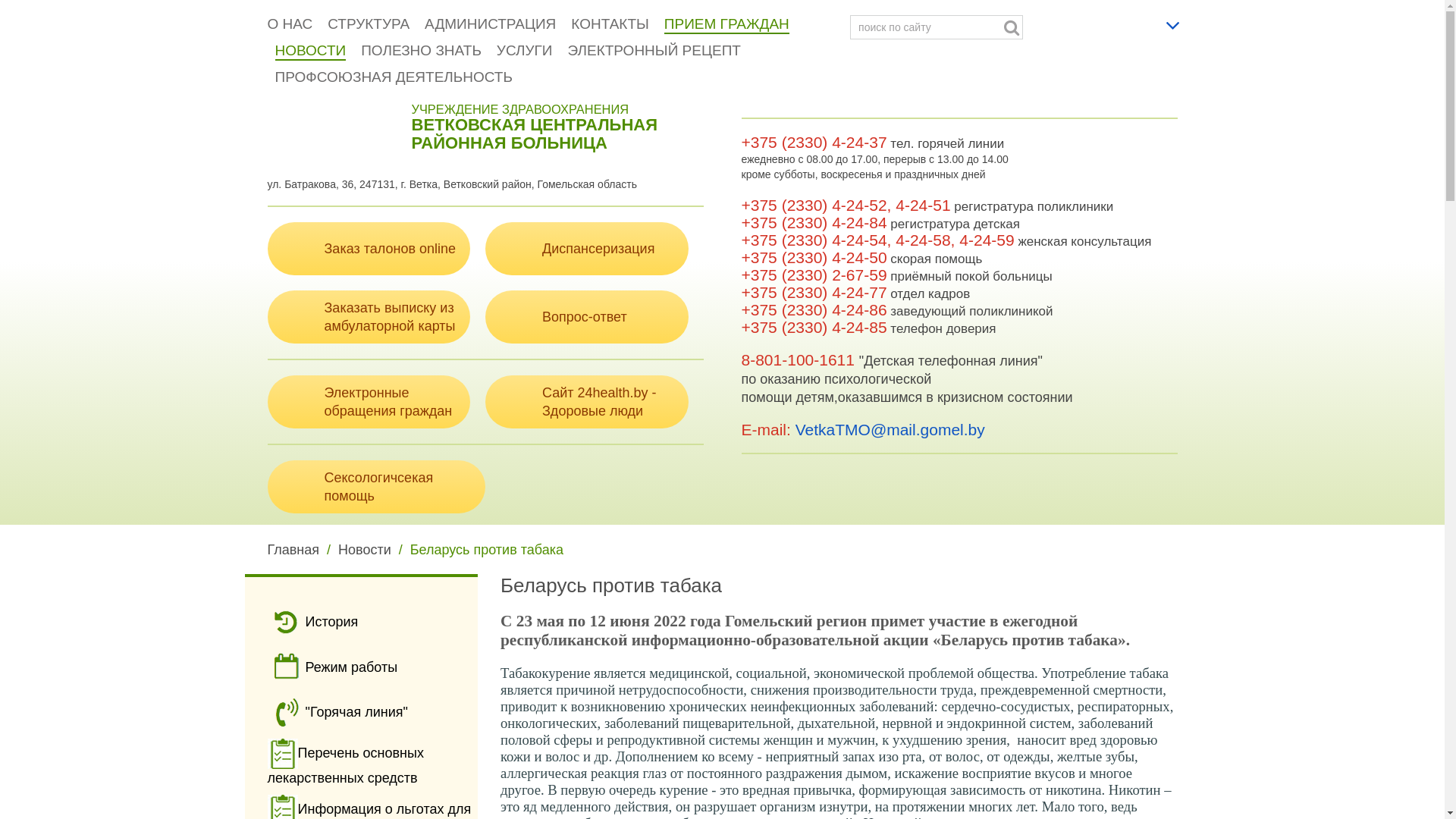 The image size is (1456, 819). Describe the element at coordinates (1149, 20) in the screenshot. I see `'Russian'` at that location.